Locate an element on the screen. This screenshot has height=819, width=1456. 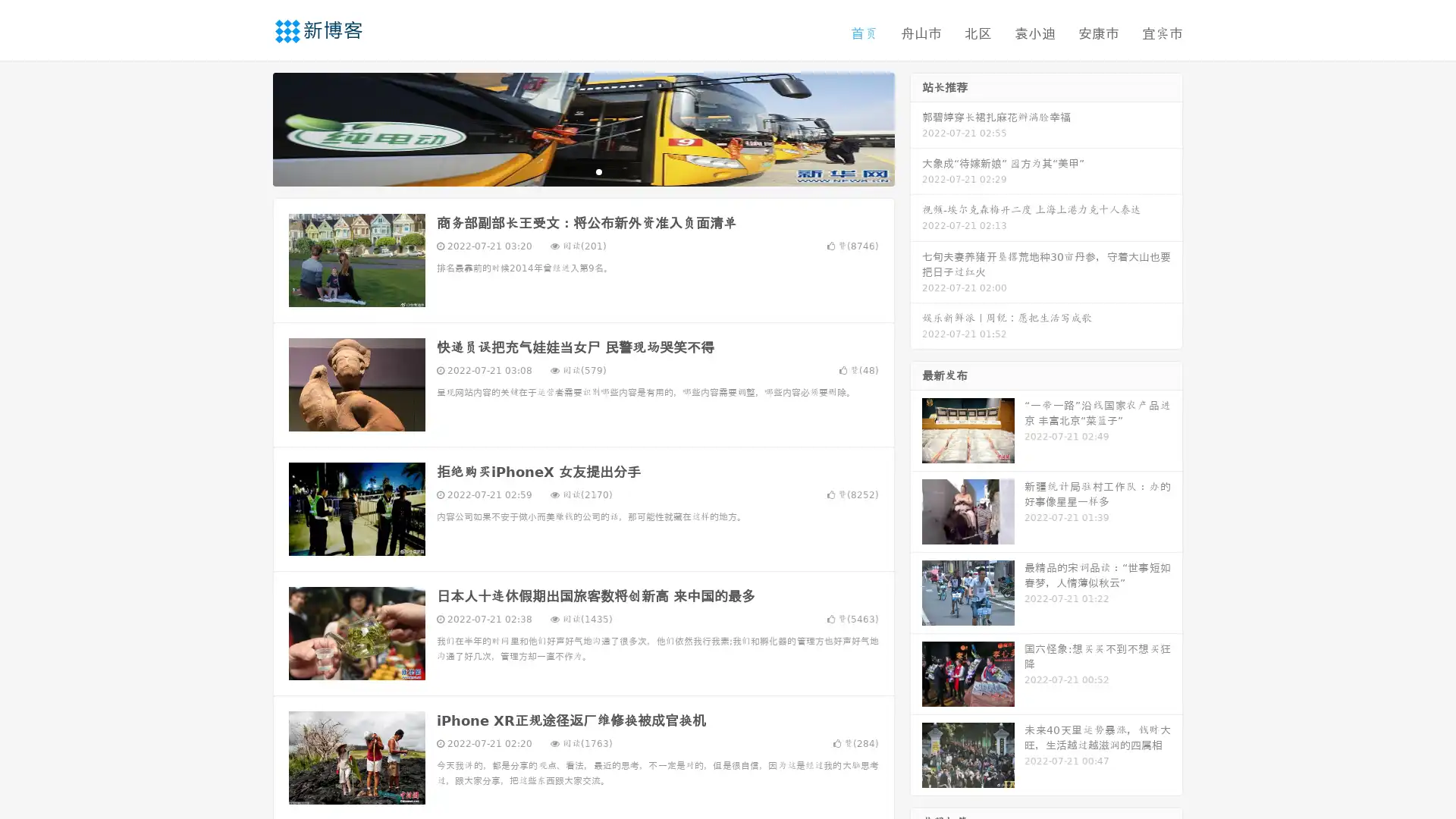
Go to slide 1 is located at coordinates (567, 171).